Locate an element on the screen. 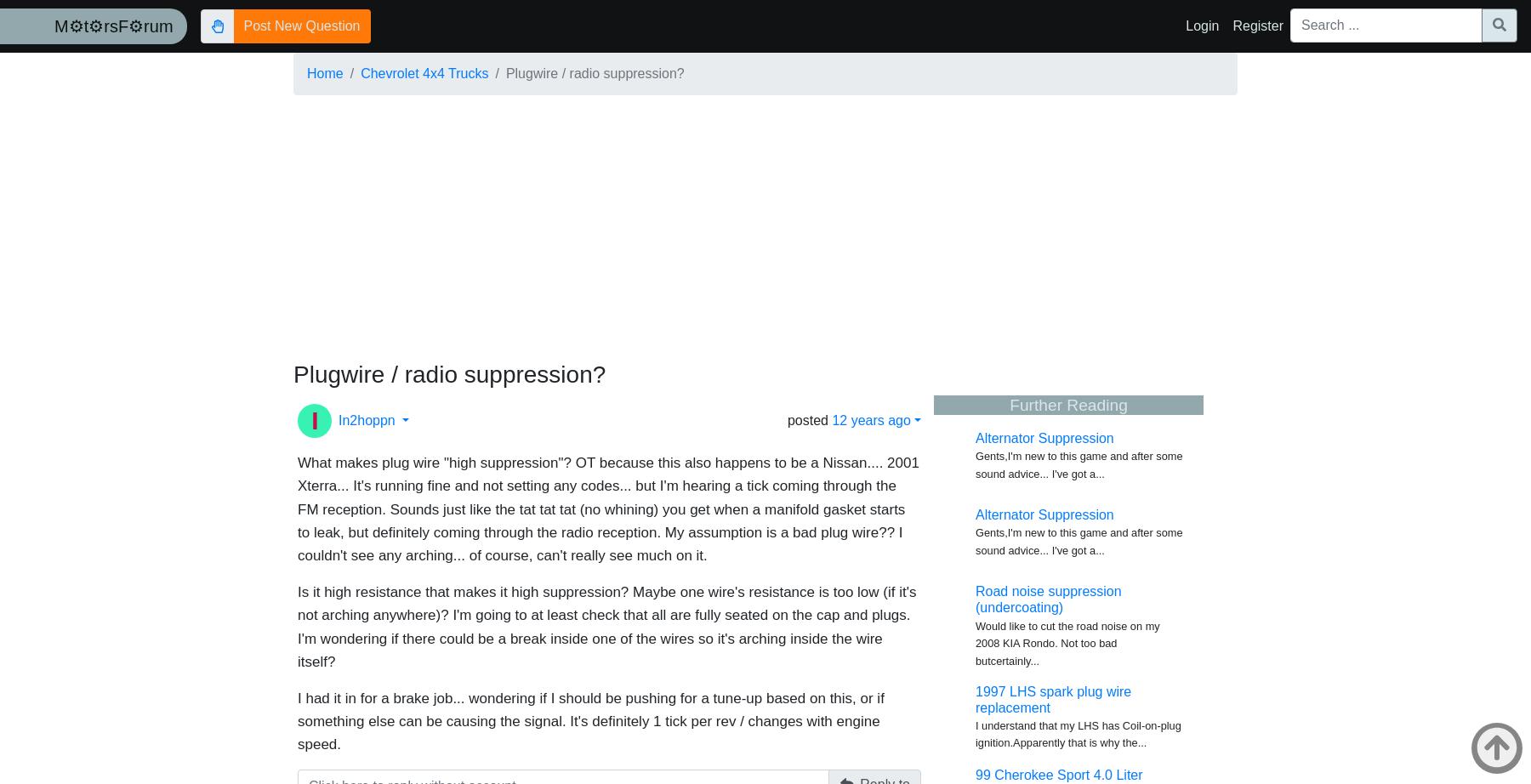  'posted' is located at coordinates (808, 420).